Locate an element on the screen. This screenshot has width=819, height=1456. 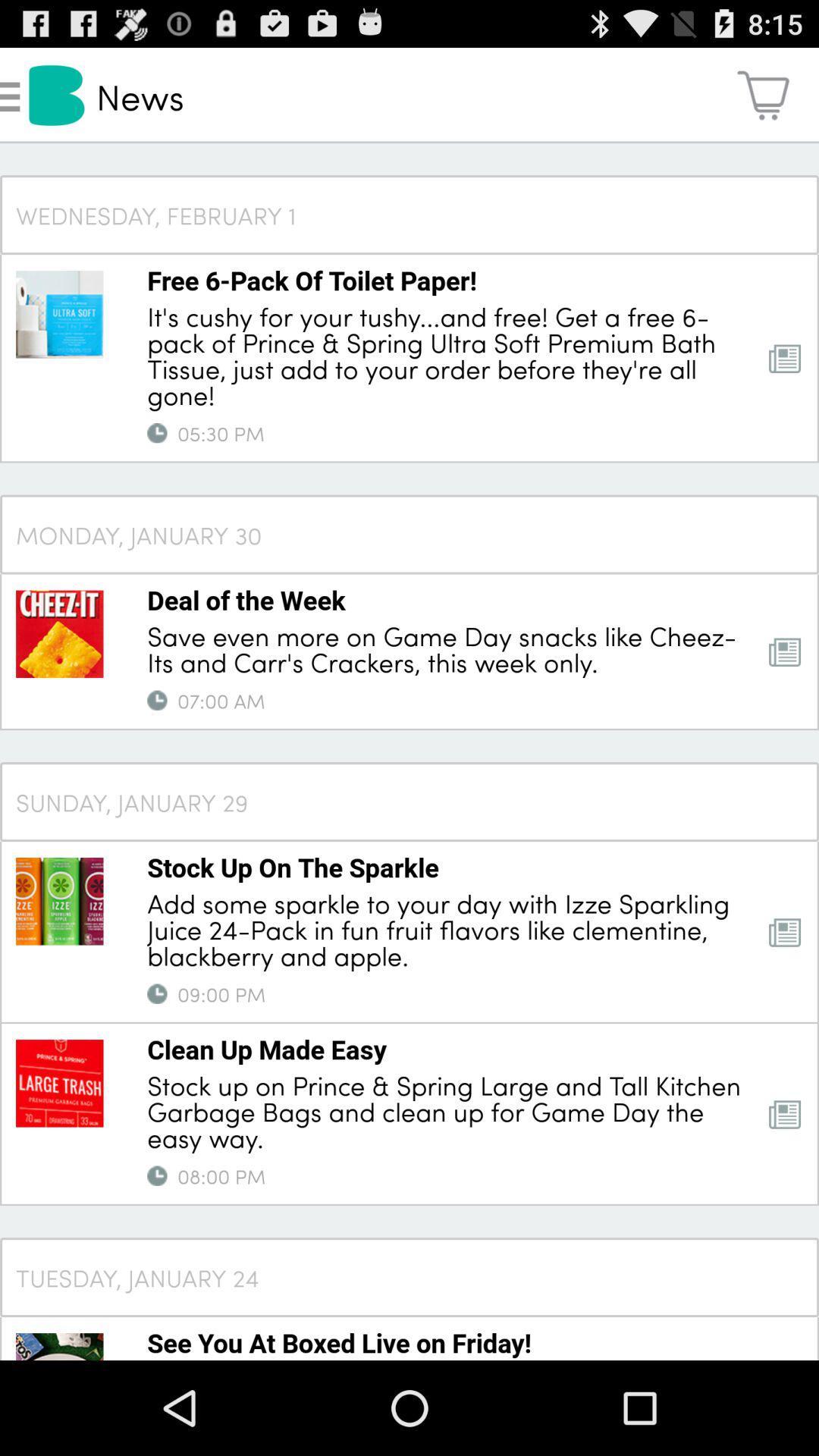
05:30 pm app is located at coordinates (221, 432).